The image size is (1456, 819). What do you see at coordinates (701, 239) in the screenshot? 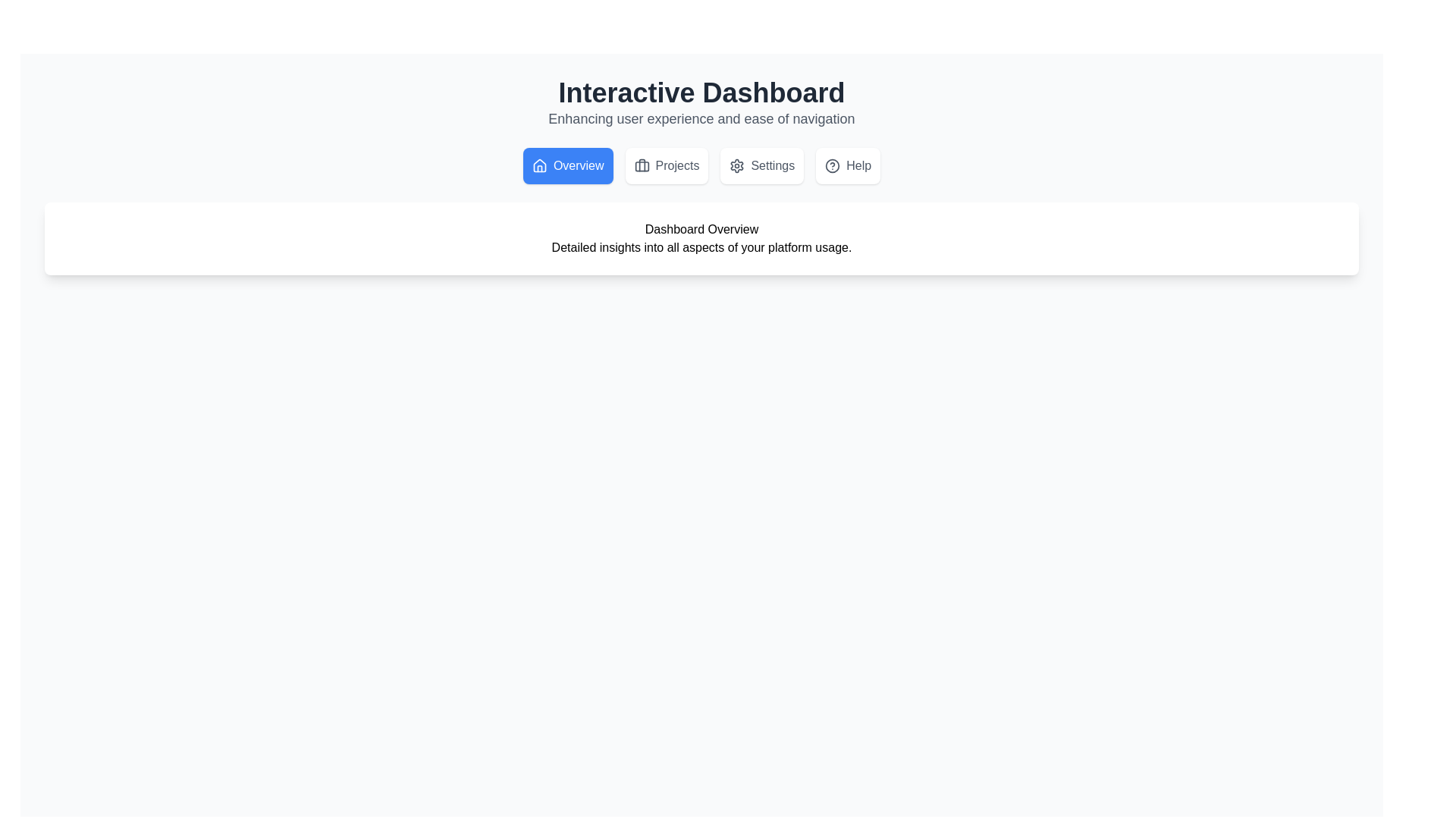
I see `the central Text block that provides an overview and description of the dashboard's purpose, located below the 'Interactive Dashboard' title and above the main content area` at bounding box center [701, 239].